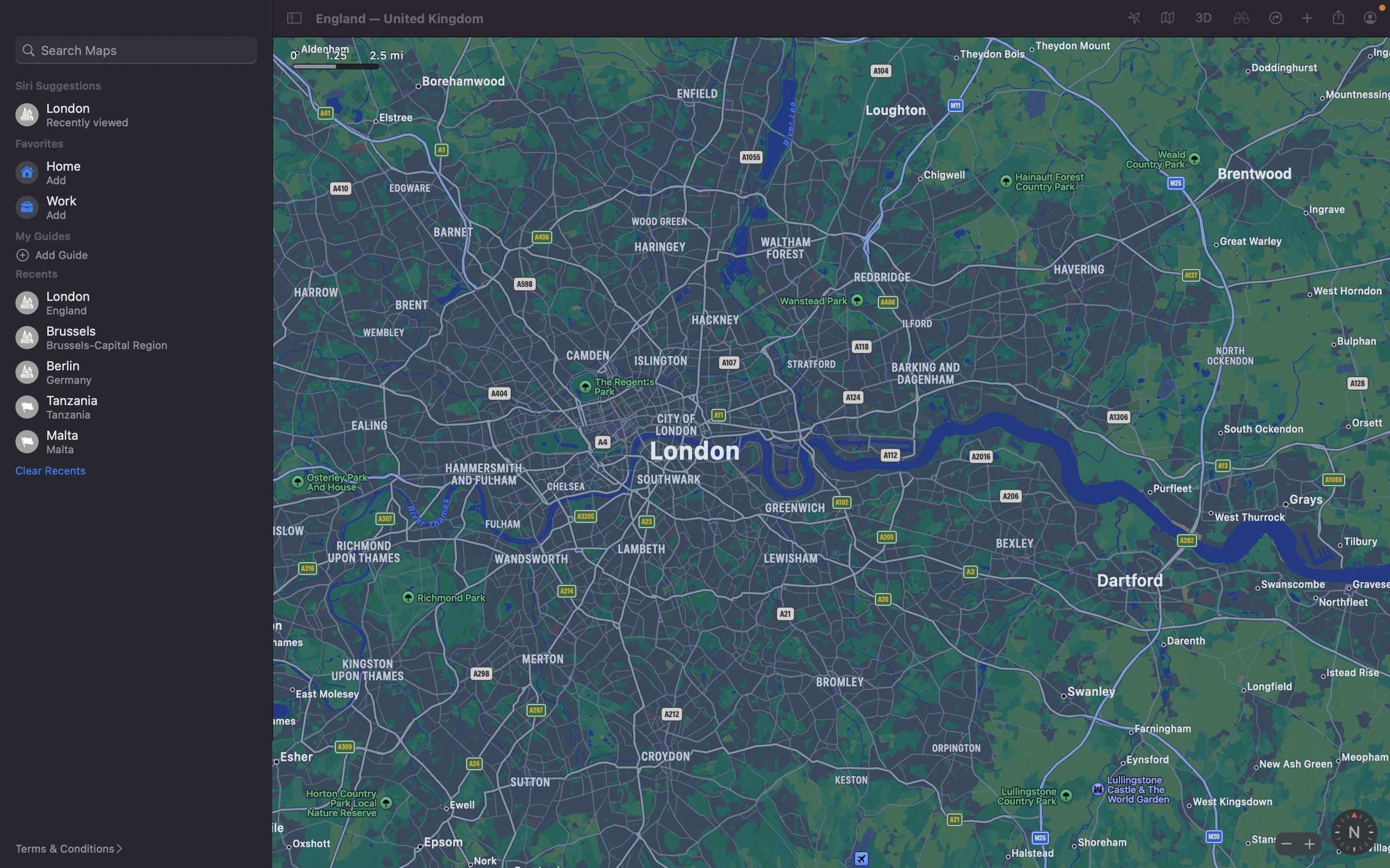 The width and height of the screenshot is (1390, 868). What do you see at coordinates (140, 254) in the screenshot?
I see `a new guide for touring` at bounding box center [140, 254].